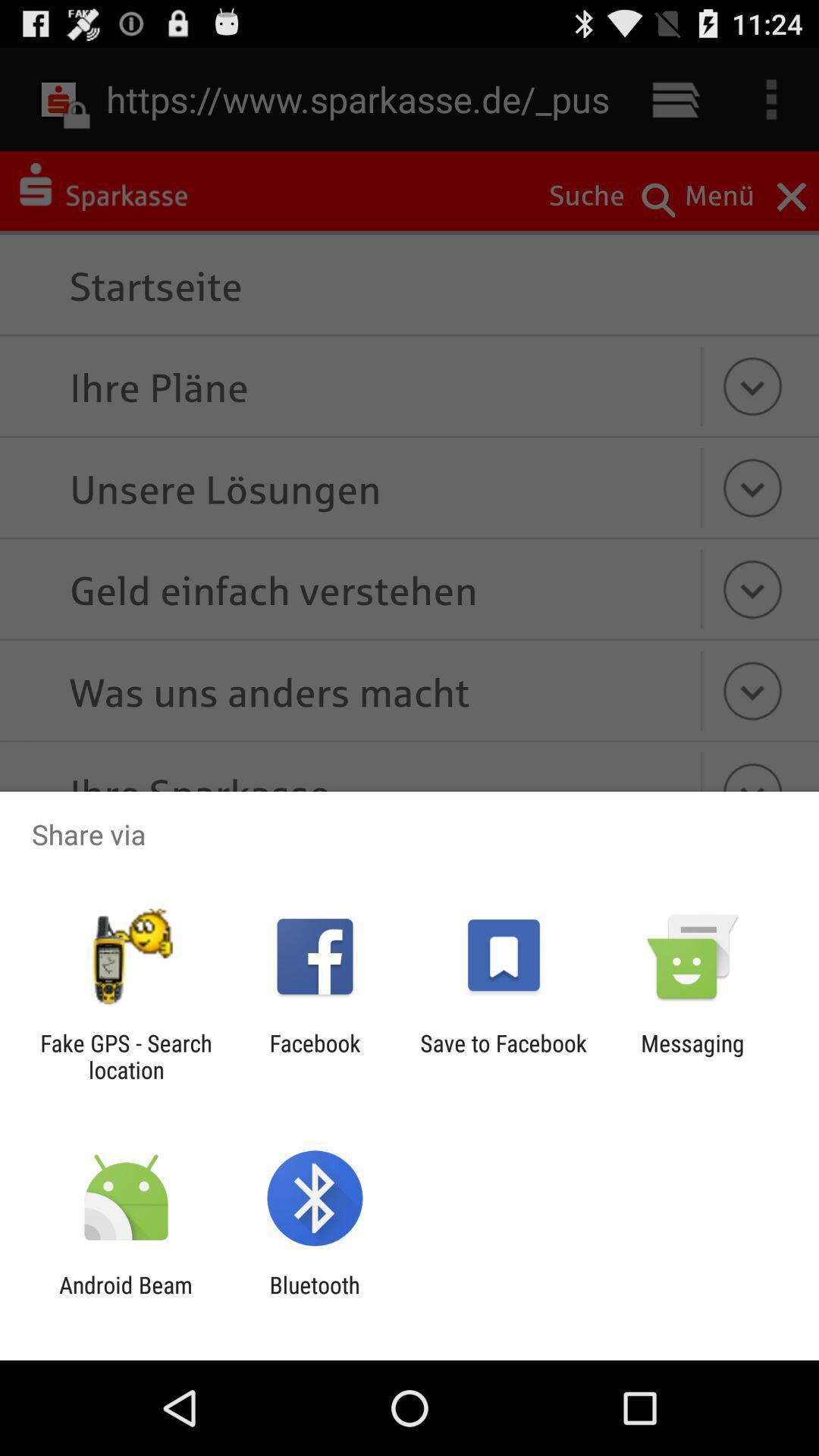 The image size is (819, 1456). Describe the element at coordinates (125, 1056) in the screenshot. I see `the fake gps search` at that location.